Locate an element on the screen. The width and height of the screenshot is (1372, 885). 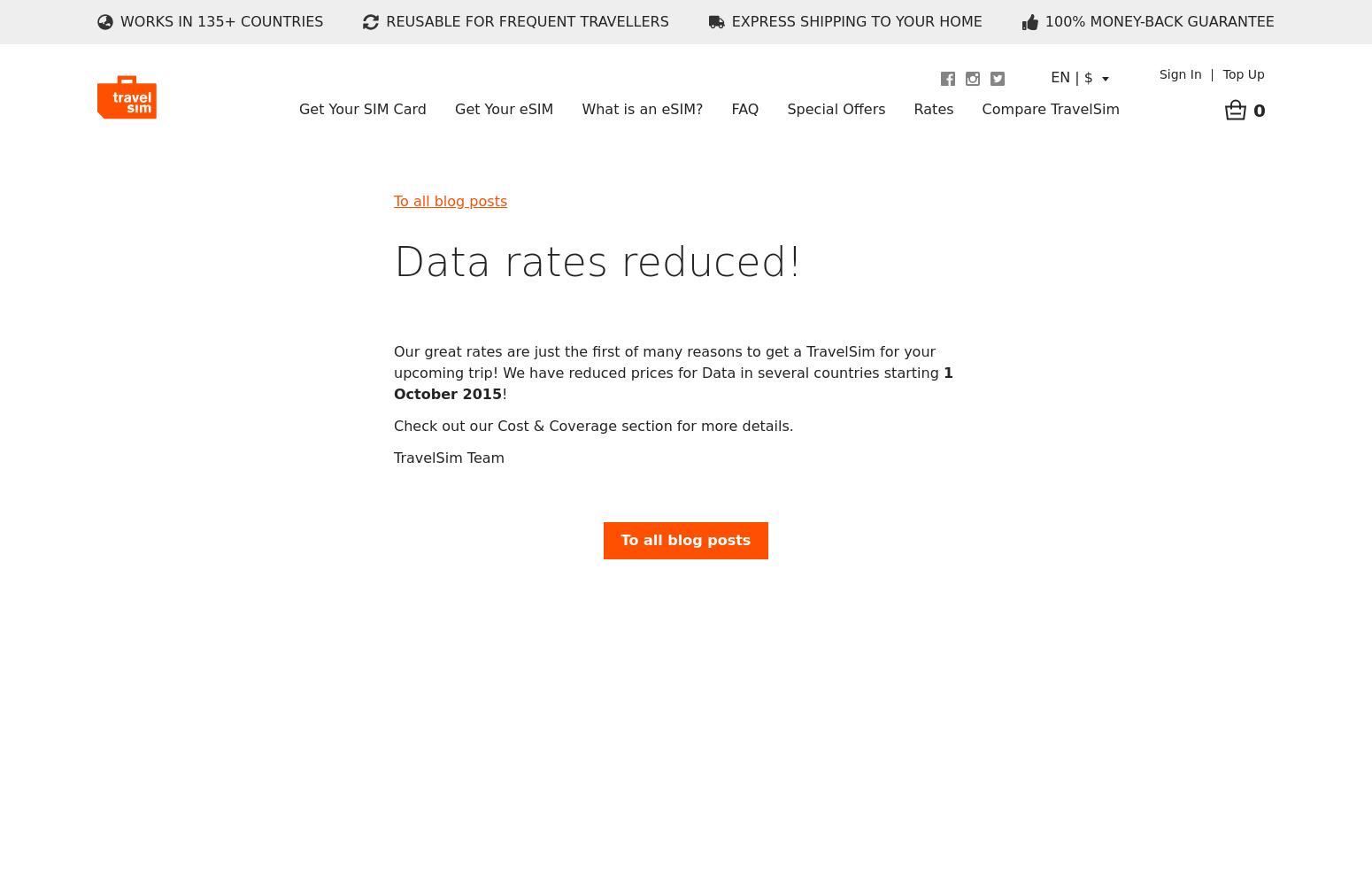
'Check out our Cost & Coverage section for more details.' is located at coordinates (592, 424).